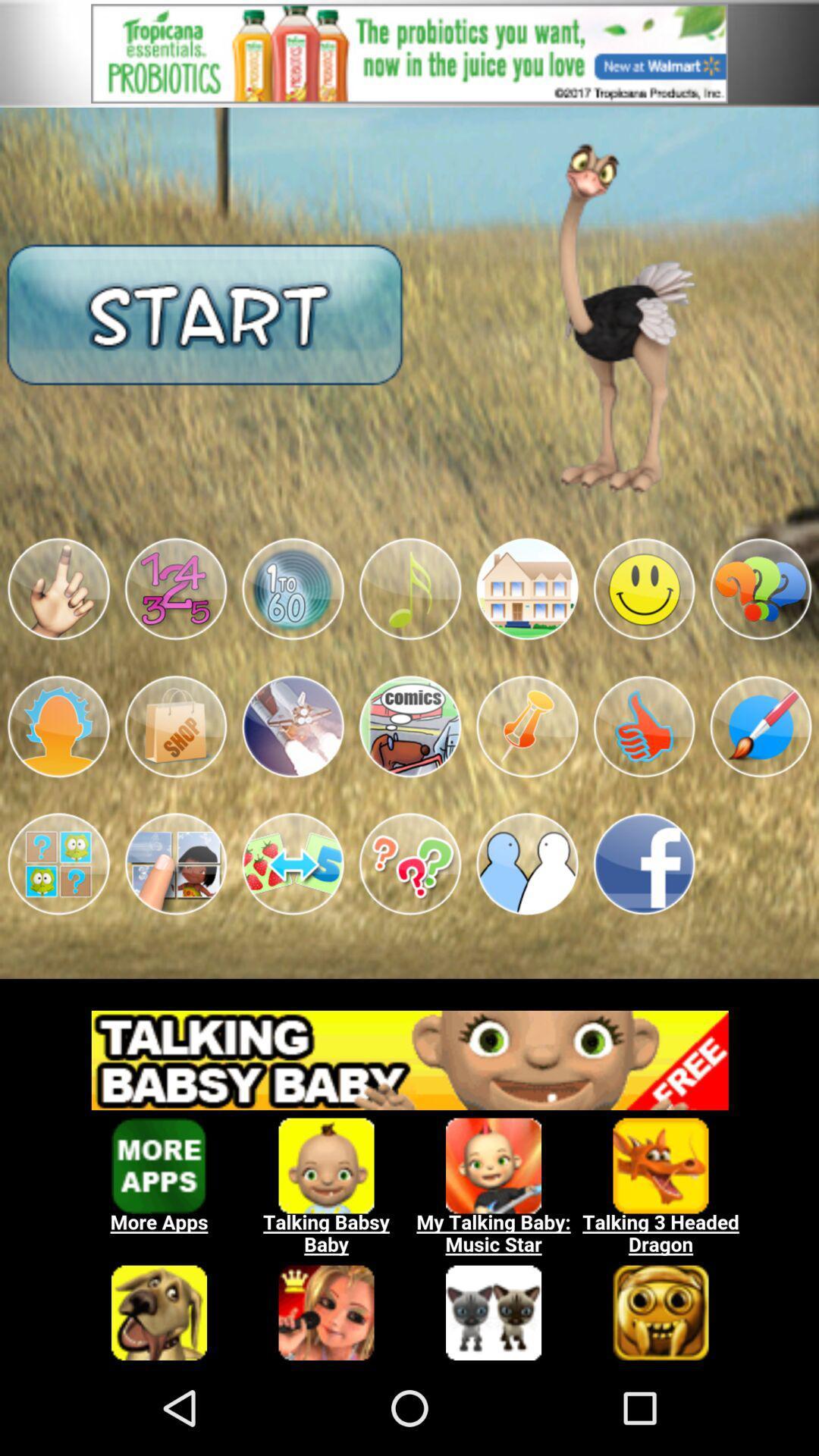 The height and width of the screenshot is (1456, 819). I want to click on the music, so click(409, 588).